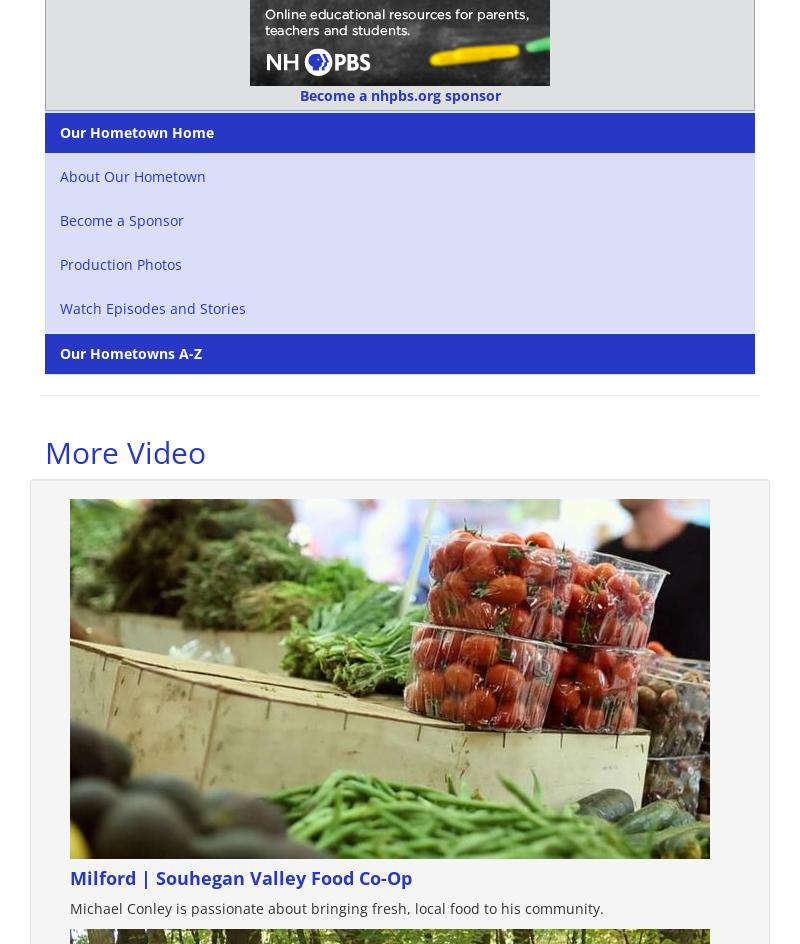 This screenshot has height=944, width=800. I want to click on 'More Video', so click(44, 451).